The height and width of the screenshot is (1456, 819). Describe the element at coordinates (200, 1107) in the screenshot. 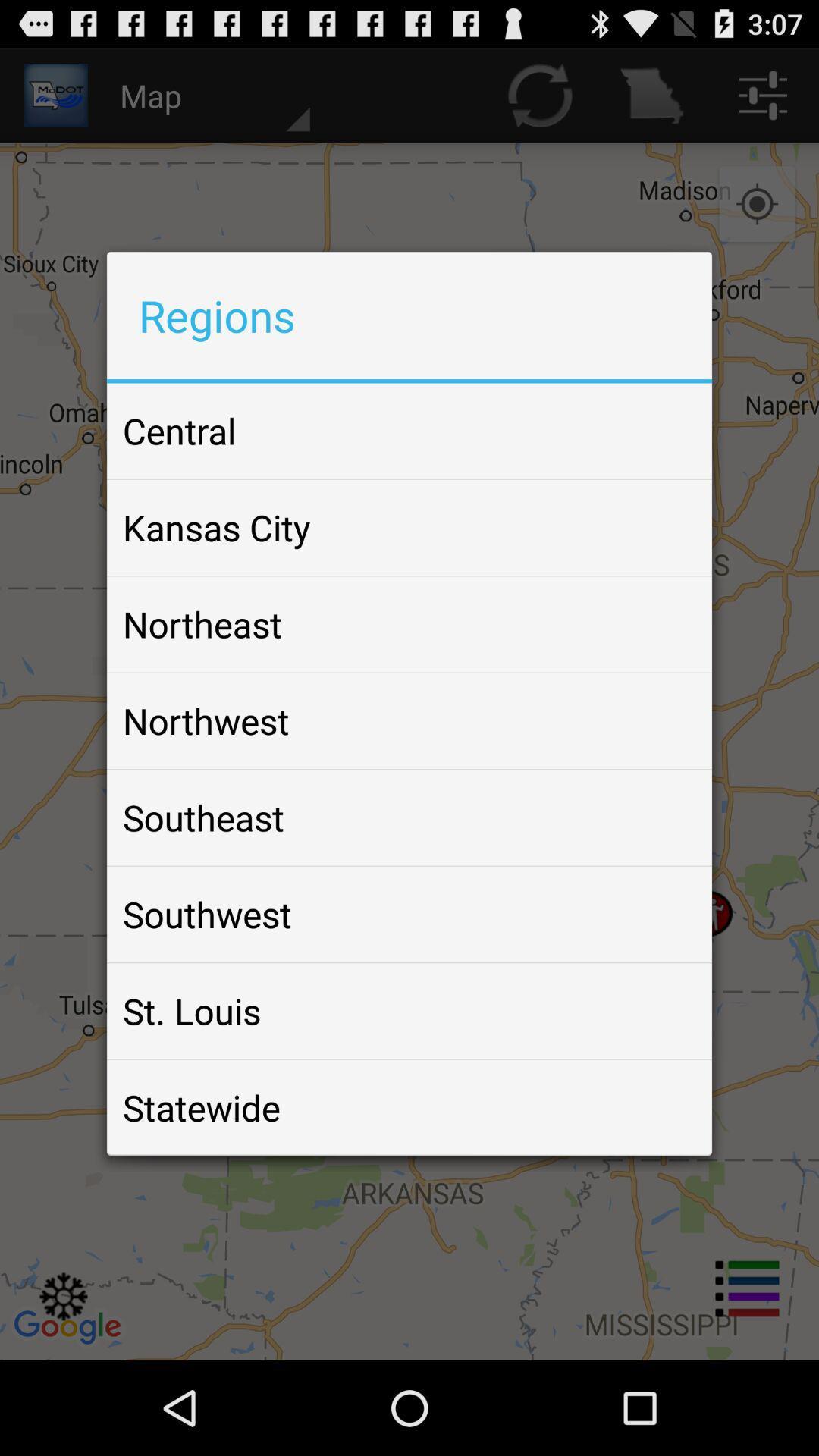

I see `icon below st. louis app` at that location.